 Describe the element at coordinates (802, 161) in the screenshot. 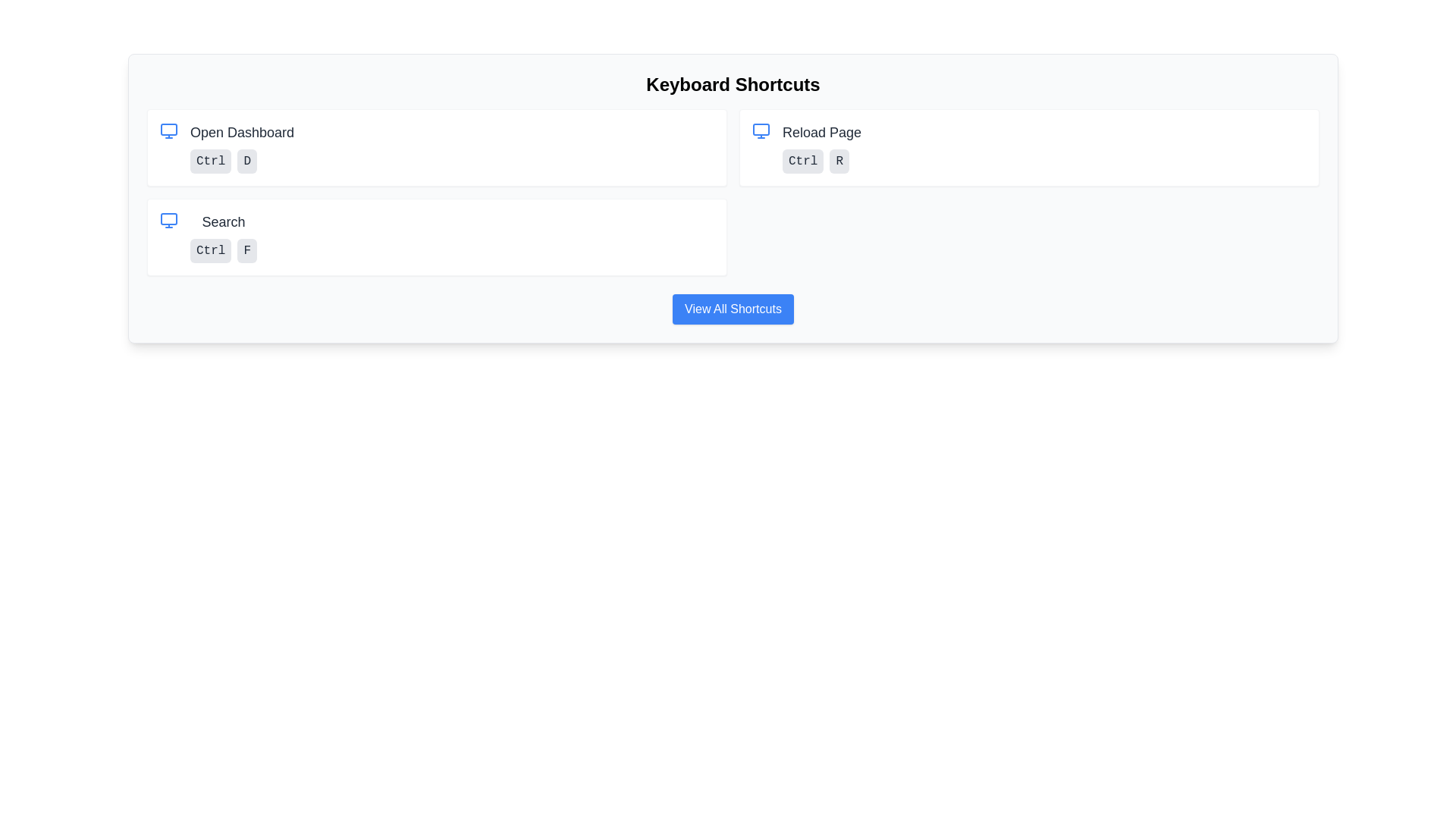

I see `text of the 'Ctrl' key label styled as a UI button located under the 'Reload Page' section in the 'Keyboard Shortcuts' interface` at that location.